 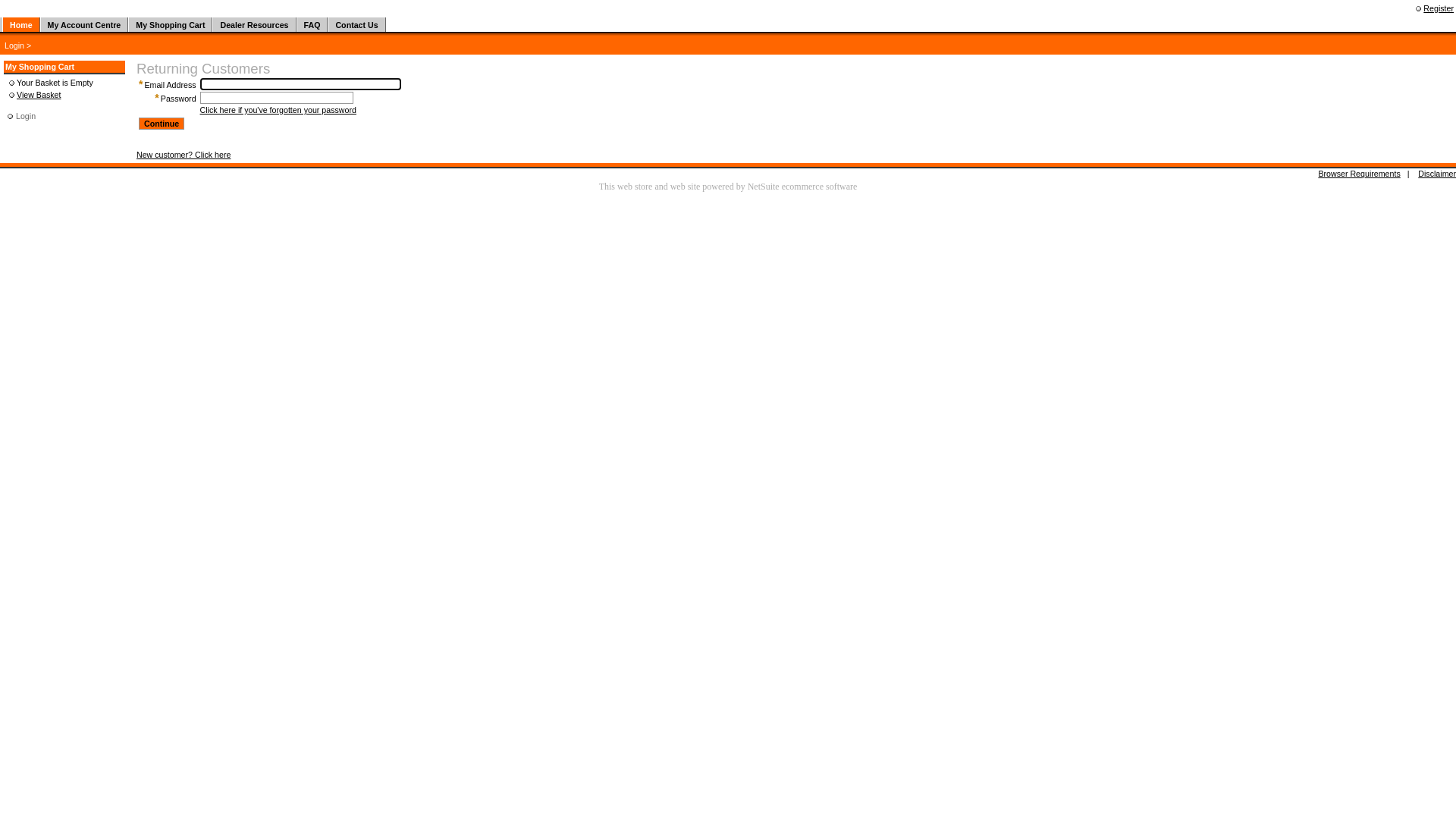 What do you see at coordinates (634, 186) in the screenshot?
I see `'web store'` at bounding box center [634, 186].